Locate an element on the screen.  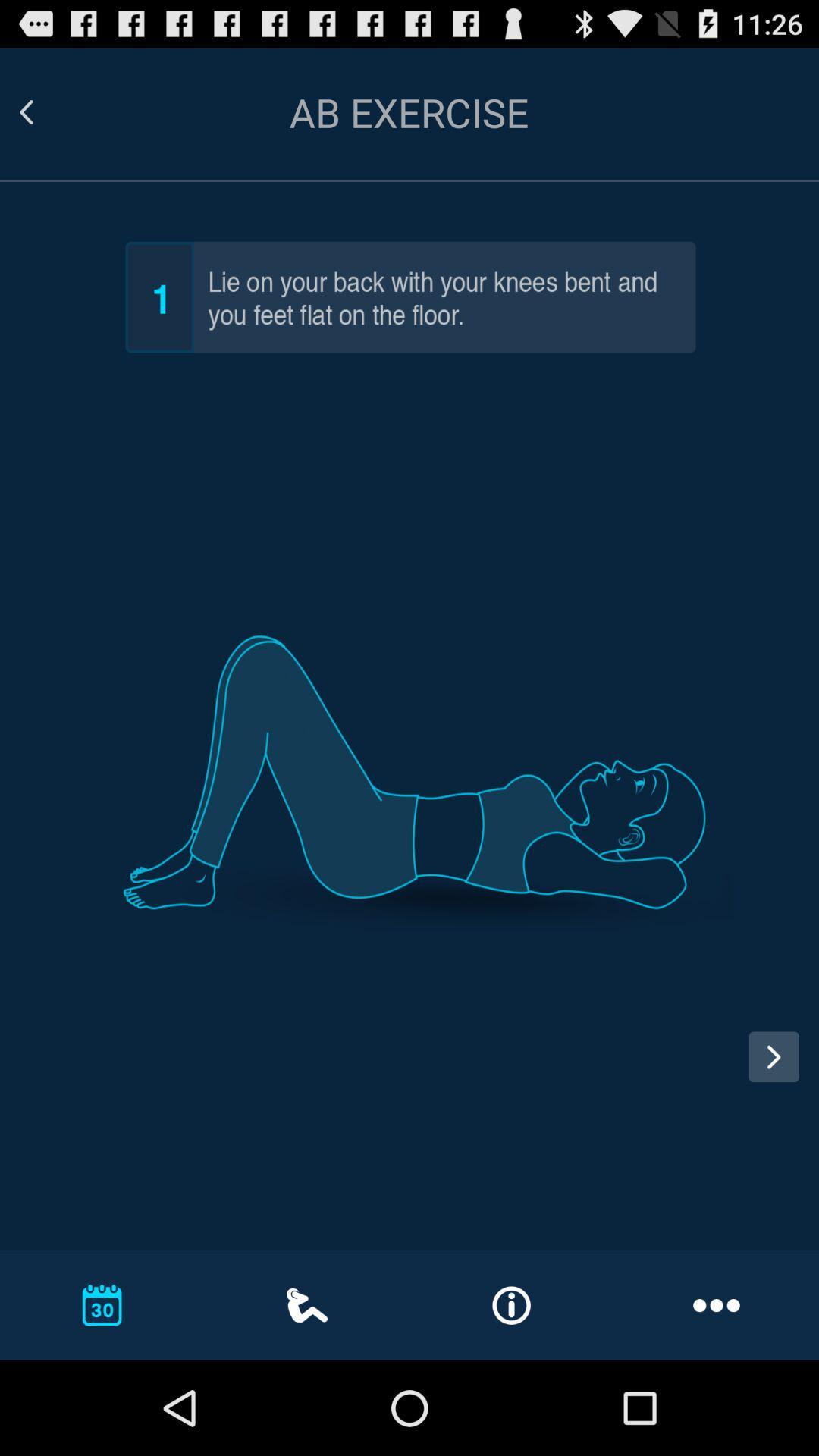
next pose is located at coordinates (773, 1056).